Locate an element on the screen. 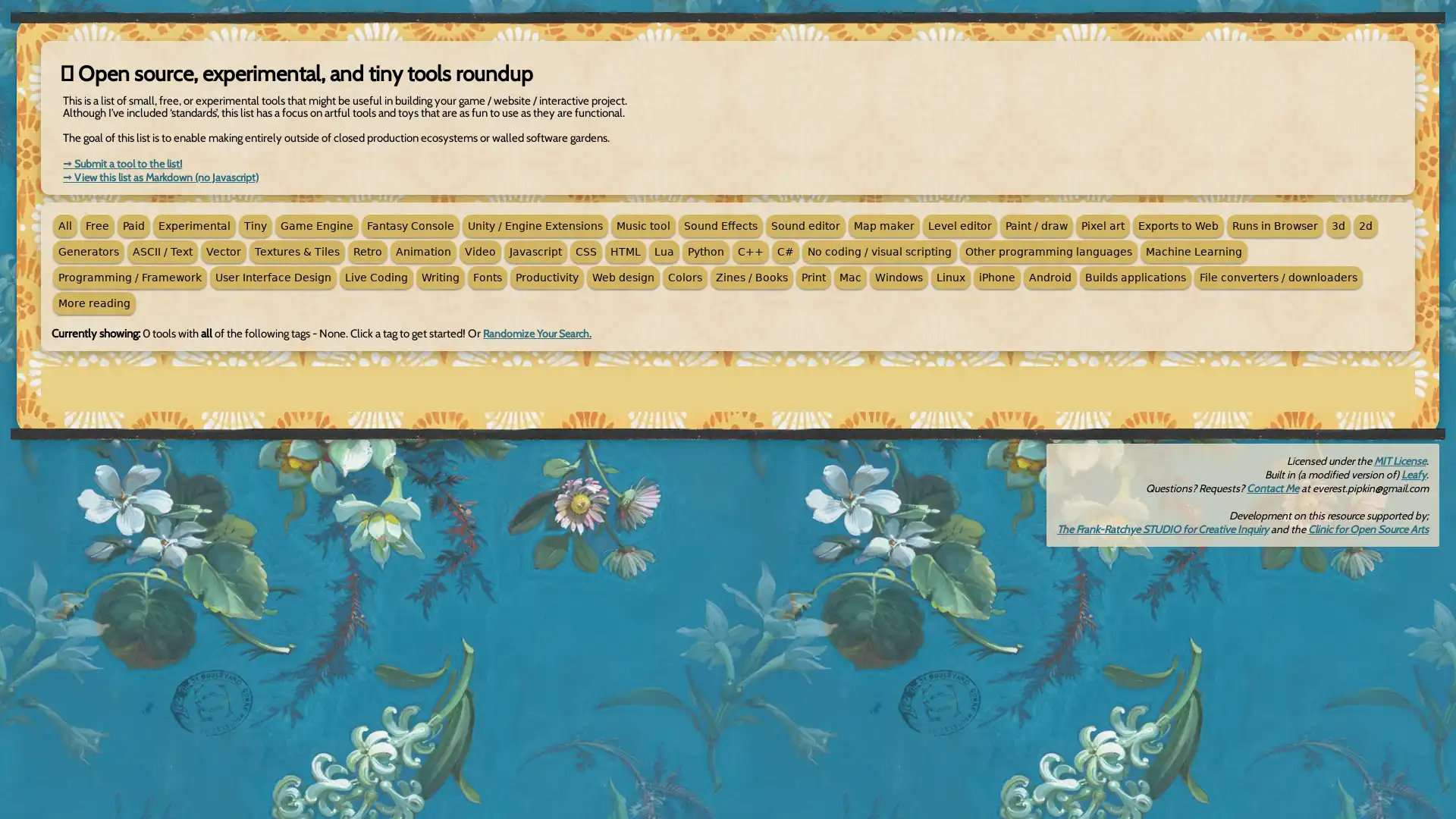 The image size is (1456, 819). Web design is located at coordinates (623, 278).